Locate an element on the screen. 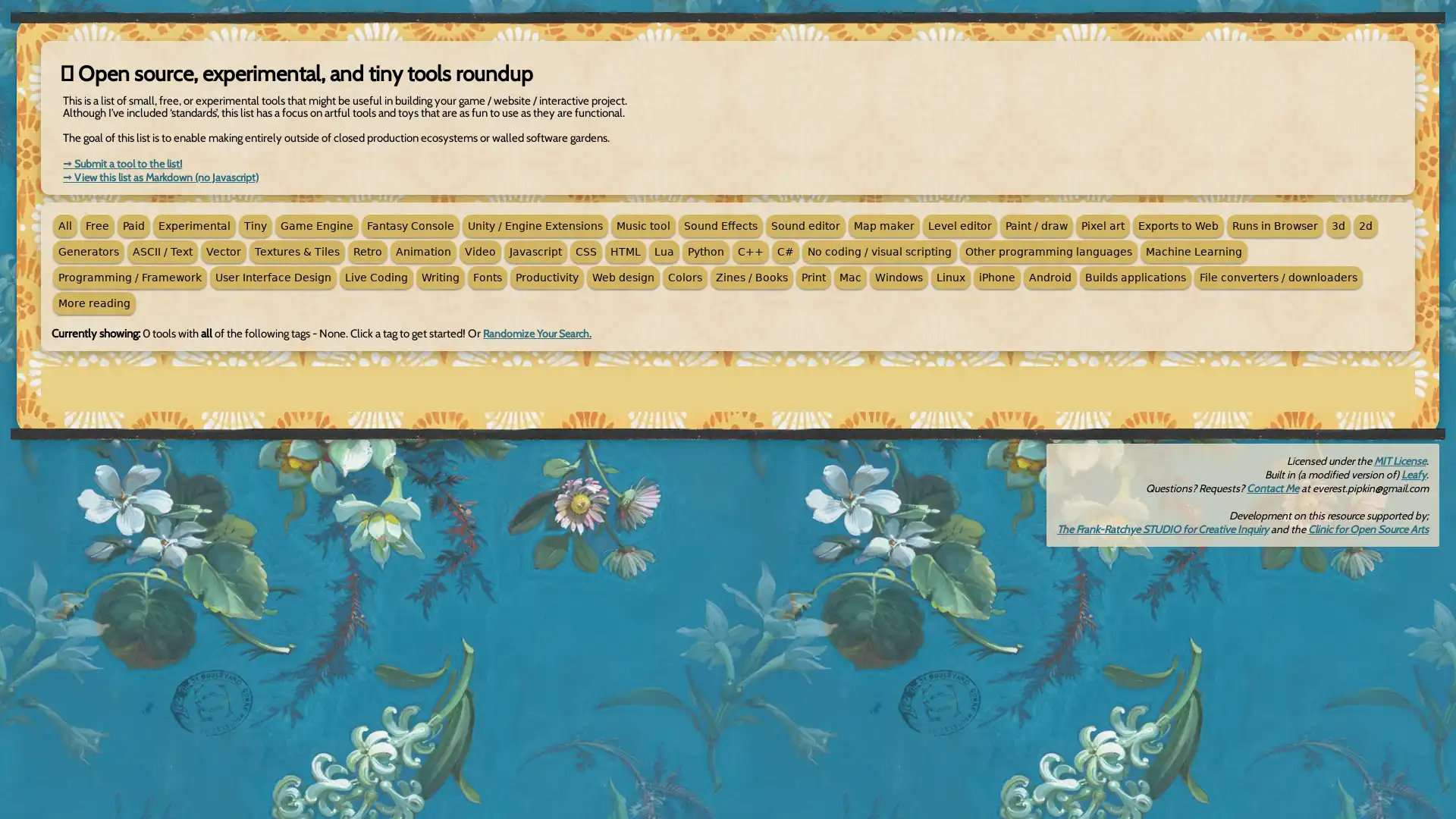 The image size is (1456, 819). Web design is located at coordinates (623, 278).